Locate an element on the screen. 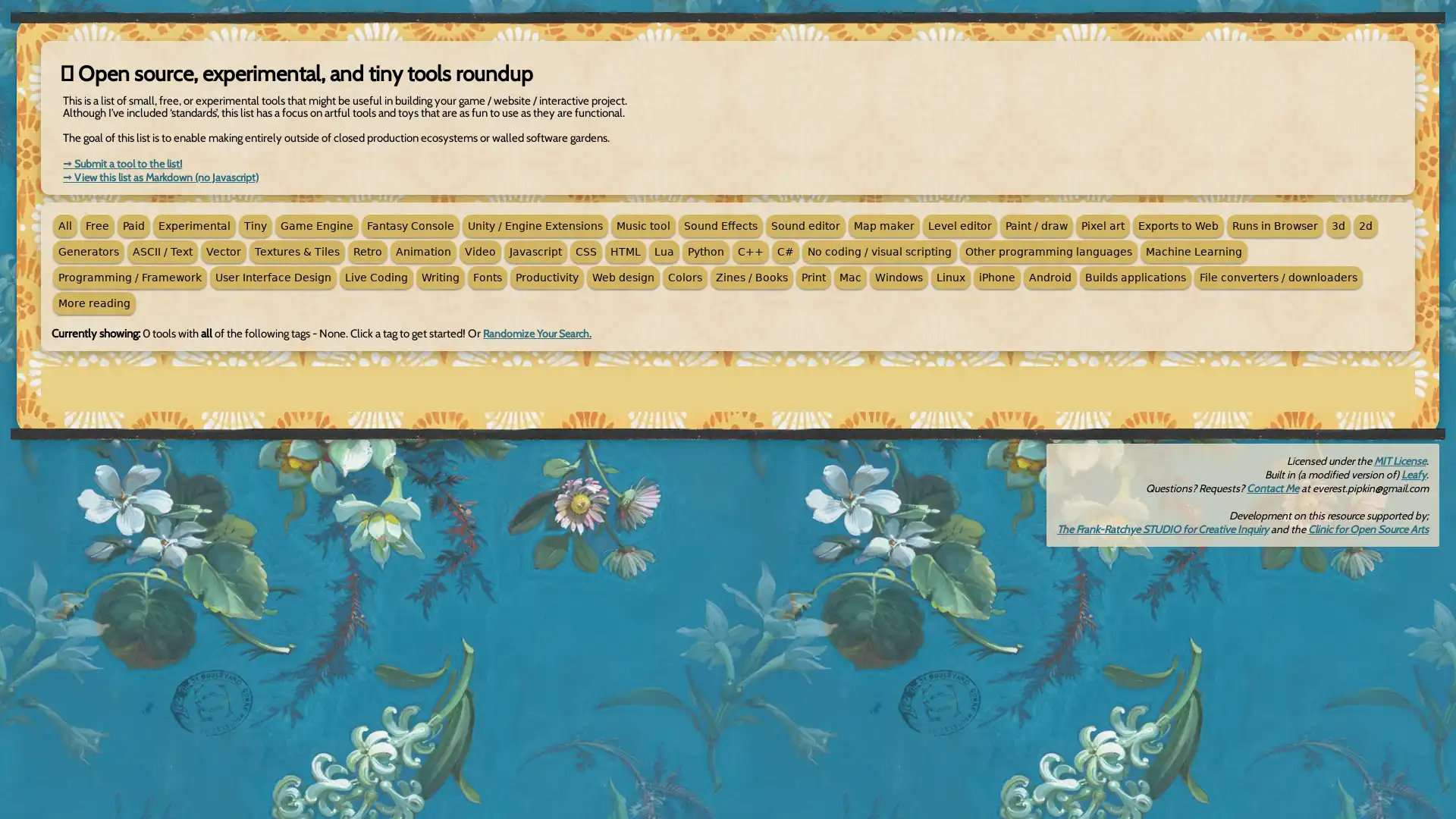 The image size is (1456, 819). Web design is located at coordinates (623, 278).